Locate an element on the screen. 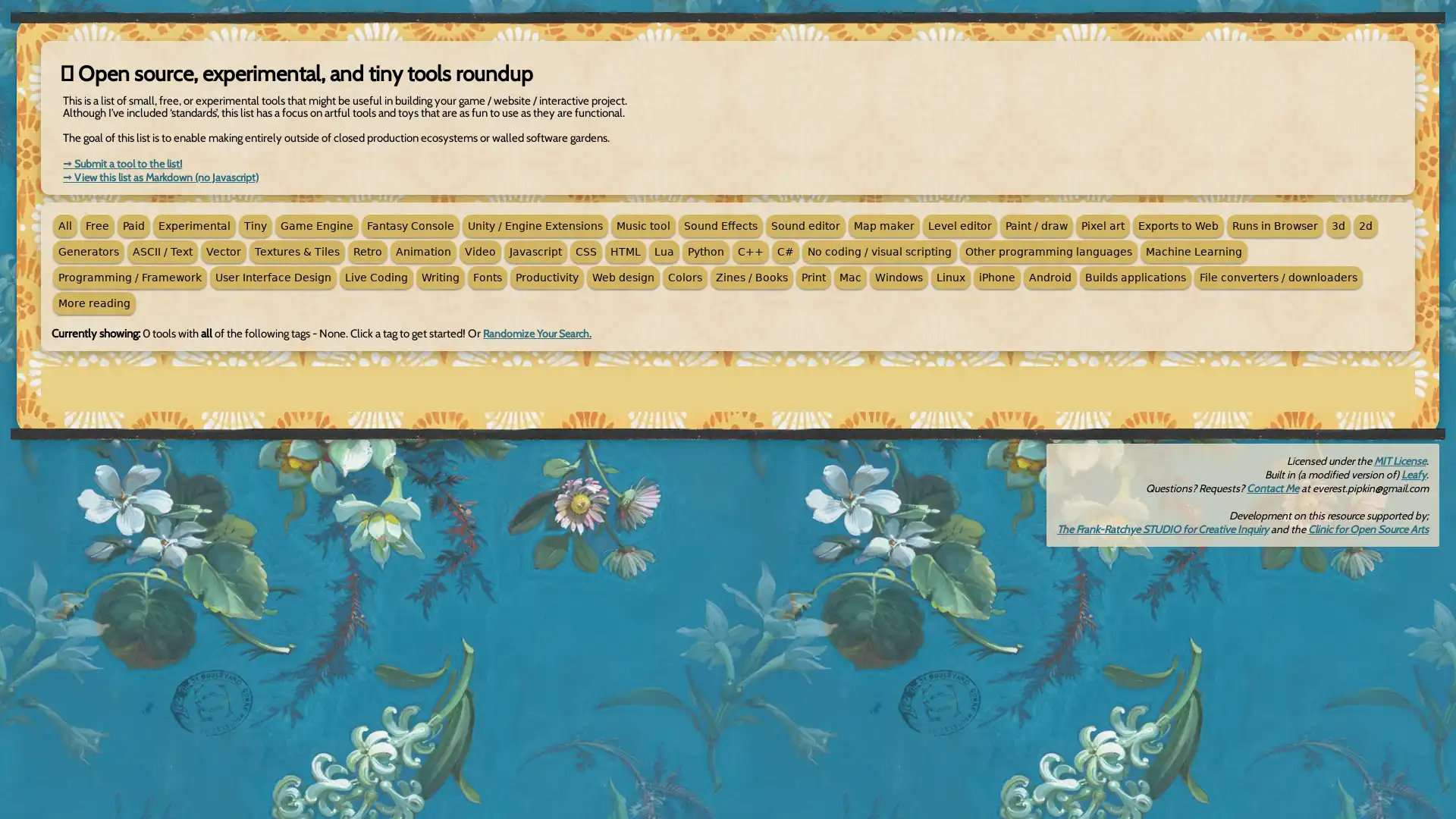 The image size is (1456, 819). Web design is located at coordinates (623, 278).